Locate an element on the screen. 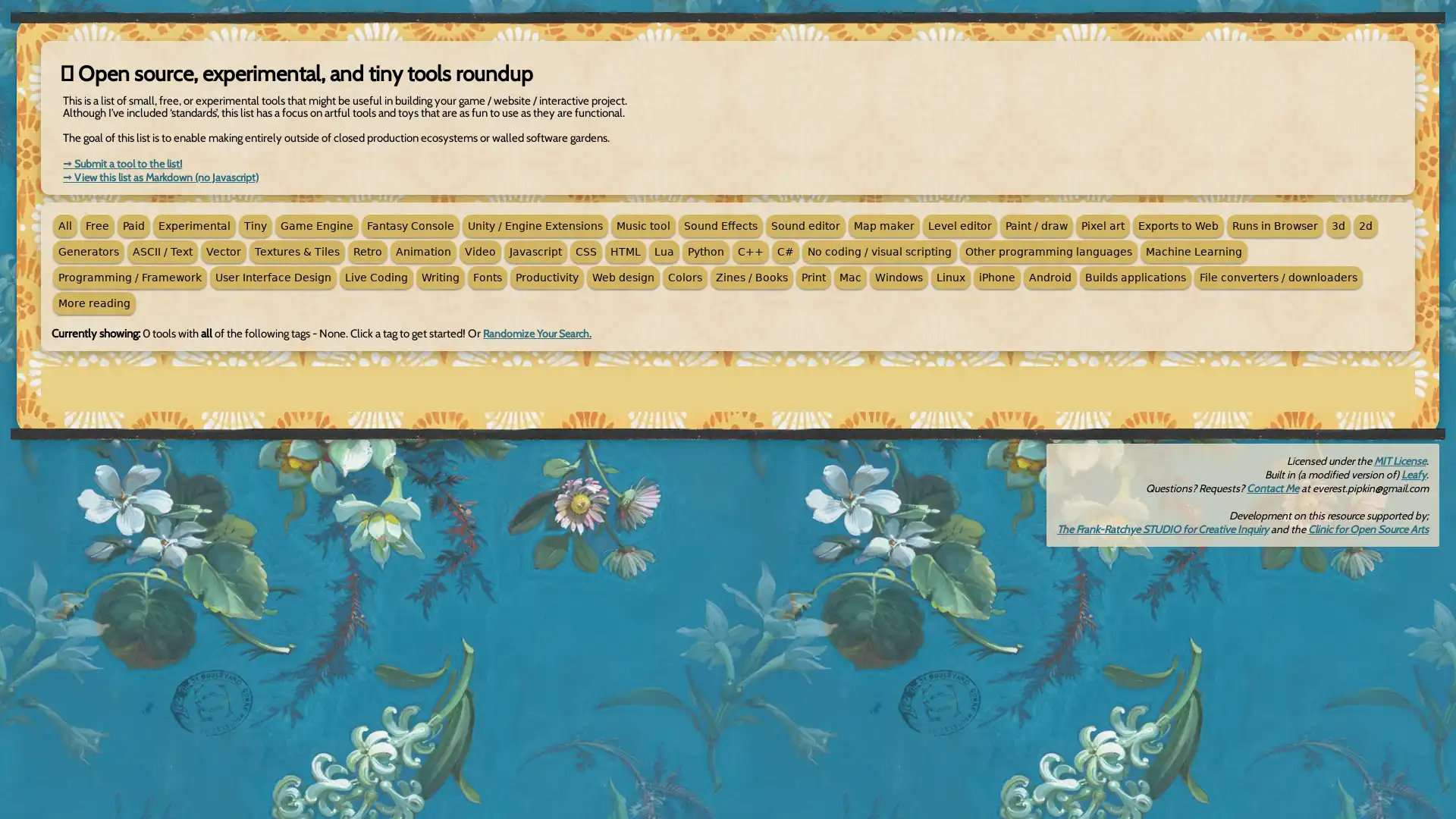 The image size is (1456, 819). Web design is located at coordinates (623, 278).